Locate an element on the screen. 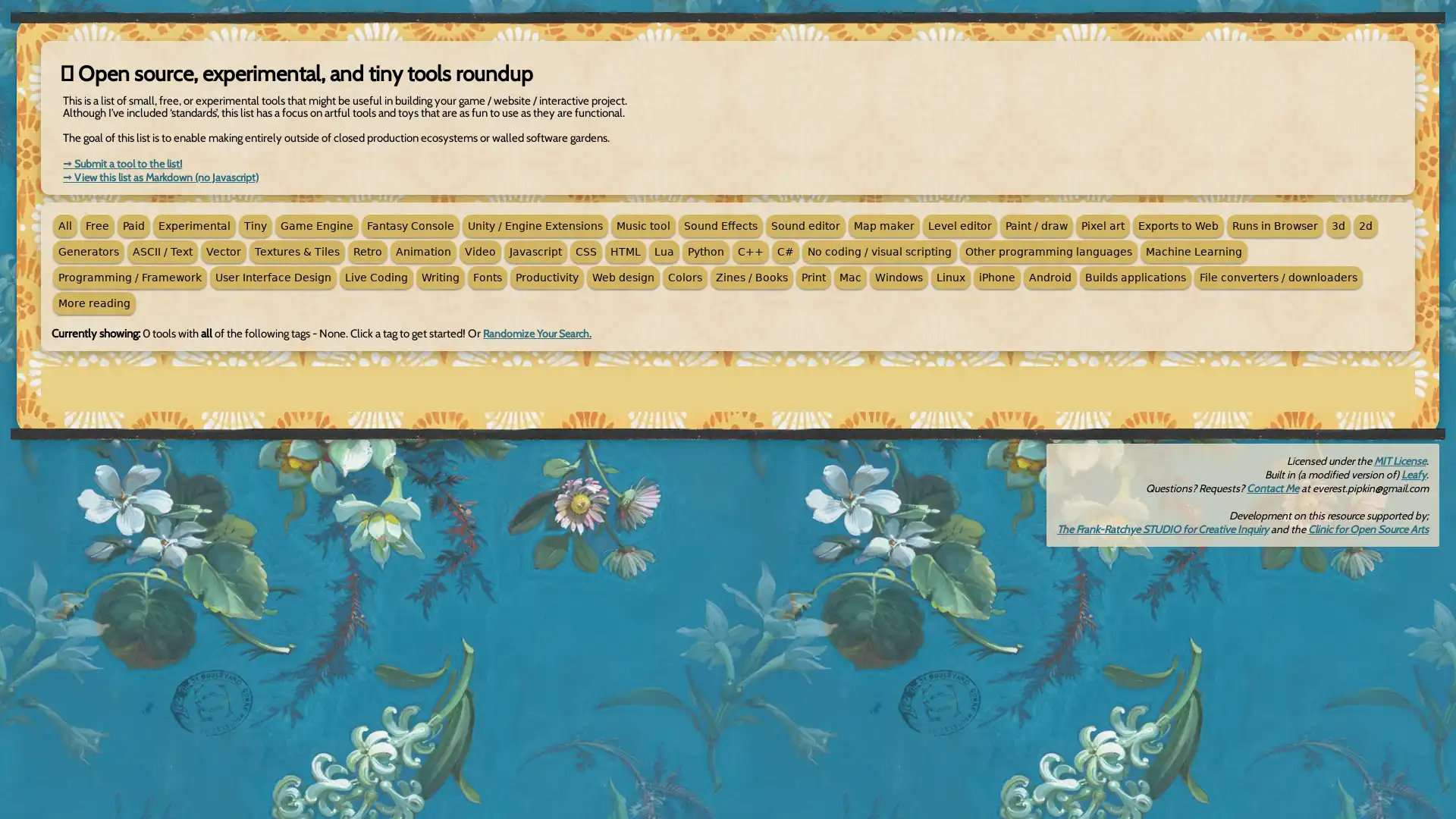 The image size is (1456, 819). Web design is located at coordinates (623, 278).